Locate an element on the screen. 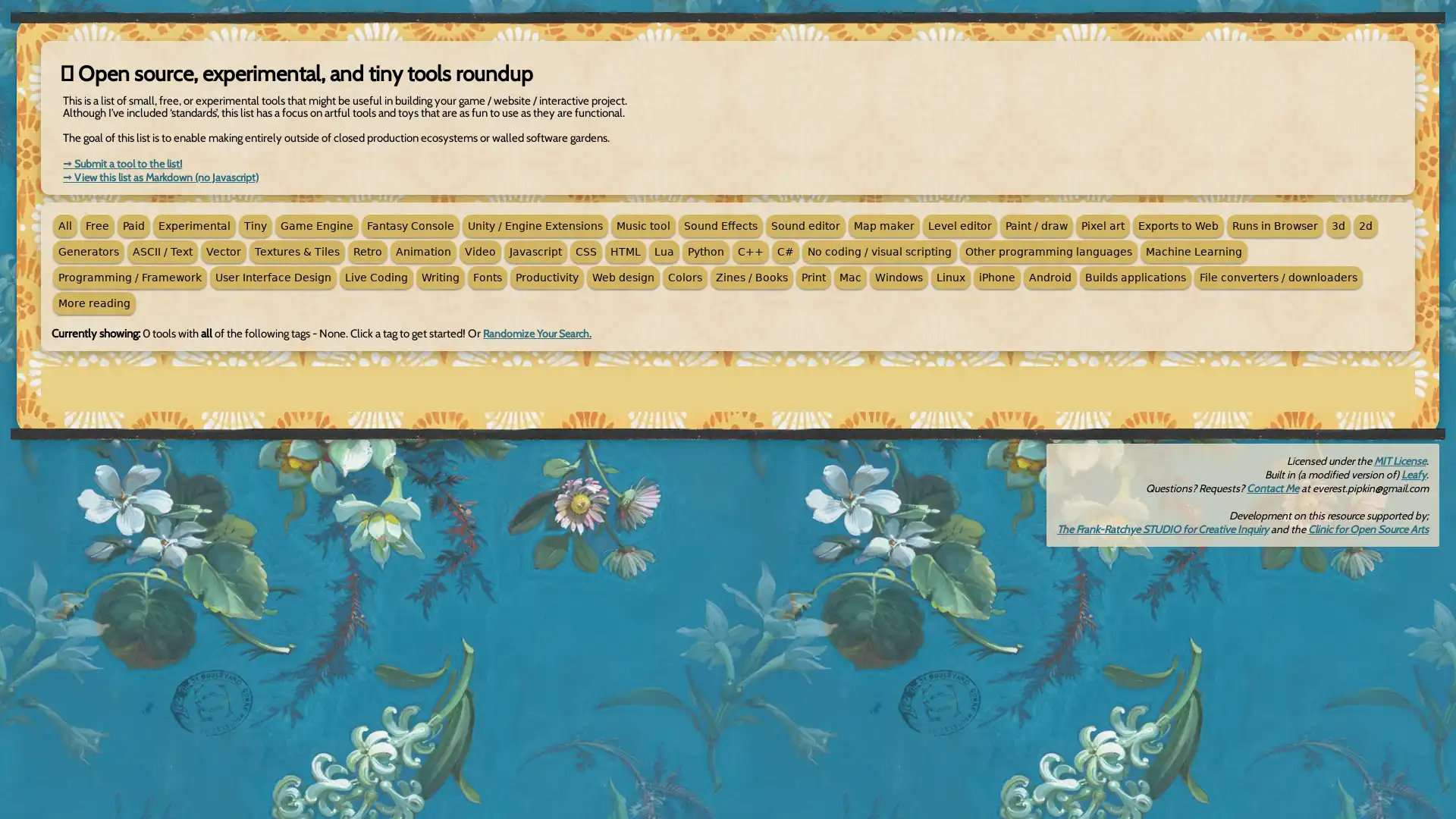 The image size is (1456, 819). Web design is located at coordinates (623, 278).